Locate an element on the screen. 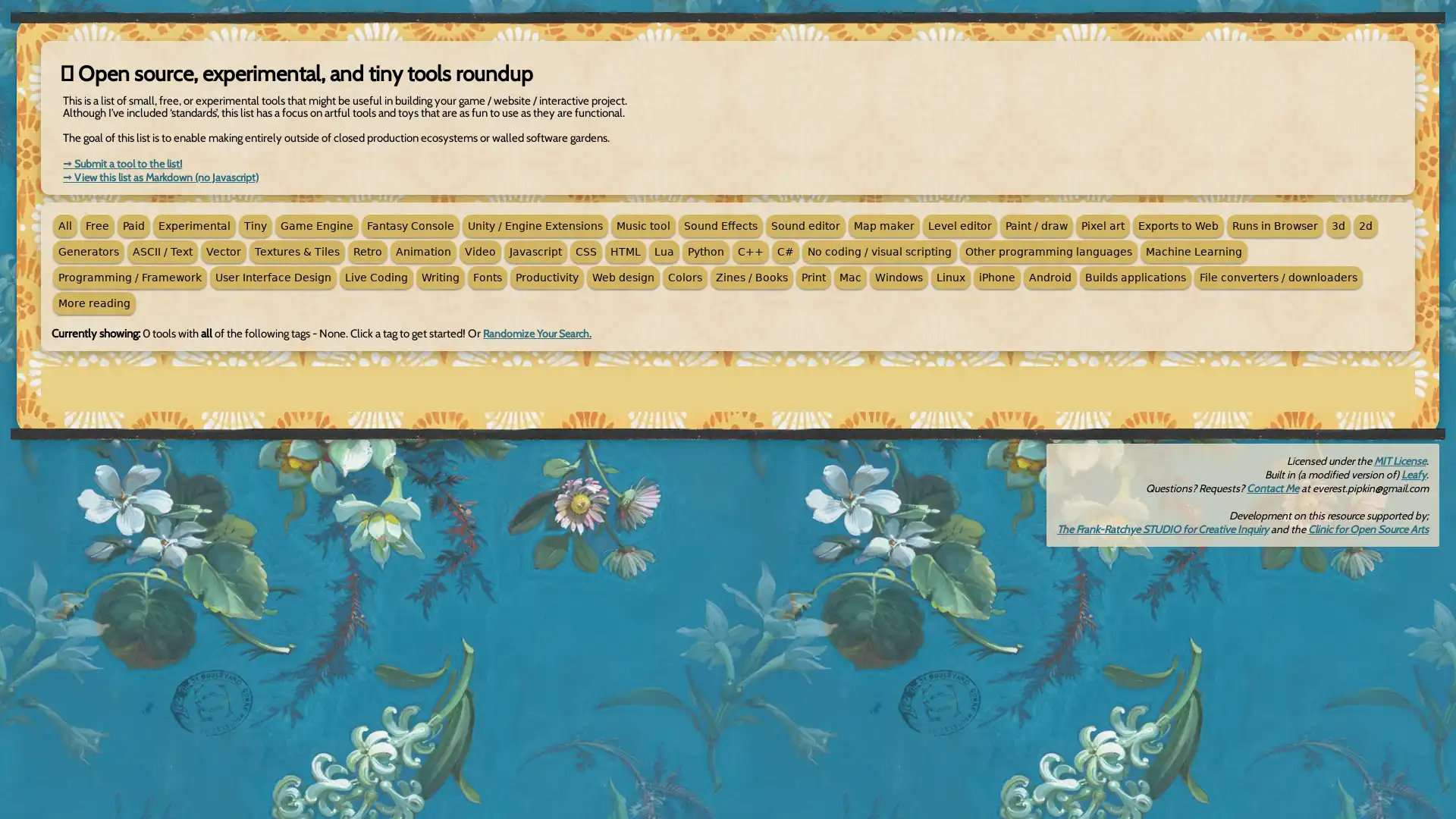 The image size is (1456, 819). Web design is located at coordinates (623, 278).